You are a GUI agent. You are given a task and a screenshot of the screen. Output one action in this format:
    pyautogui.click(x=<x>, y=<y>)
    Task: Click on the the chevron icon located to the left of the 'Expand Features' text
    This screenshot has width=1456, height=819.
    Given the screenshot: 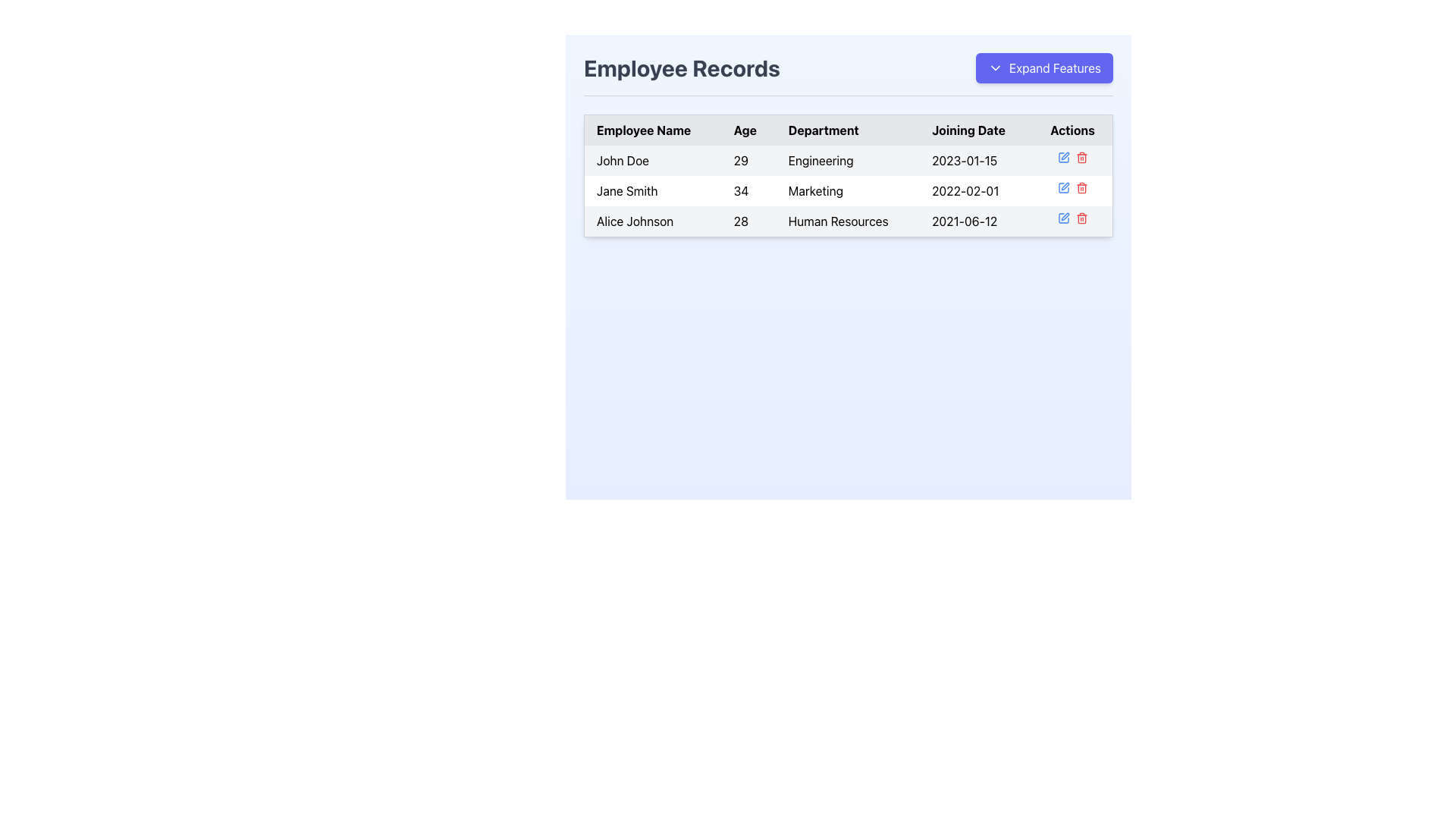 What is the action you would take?
    pyautogui.click(x=995, y=67)
    